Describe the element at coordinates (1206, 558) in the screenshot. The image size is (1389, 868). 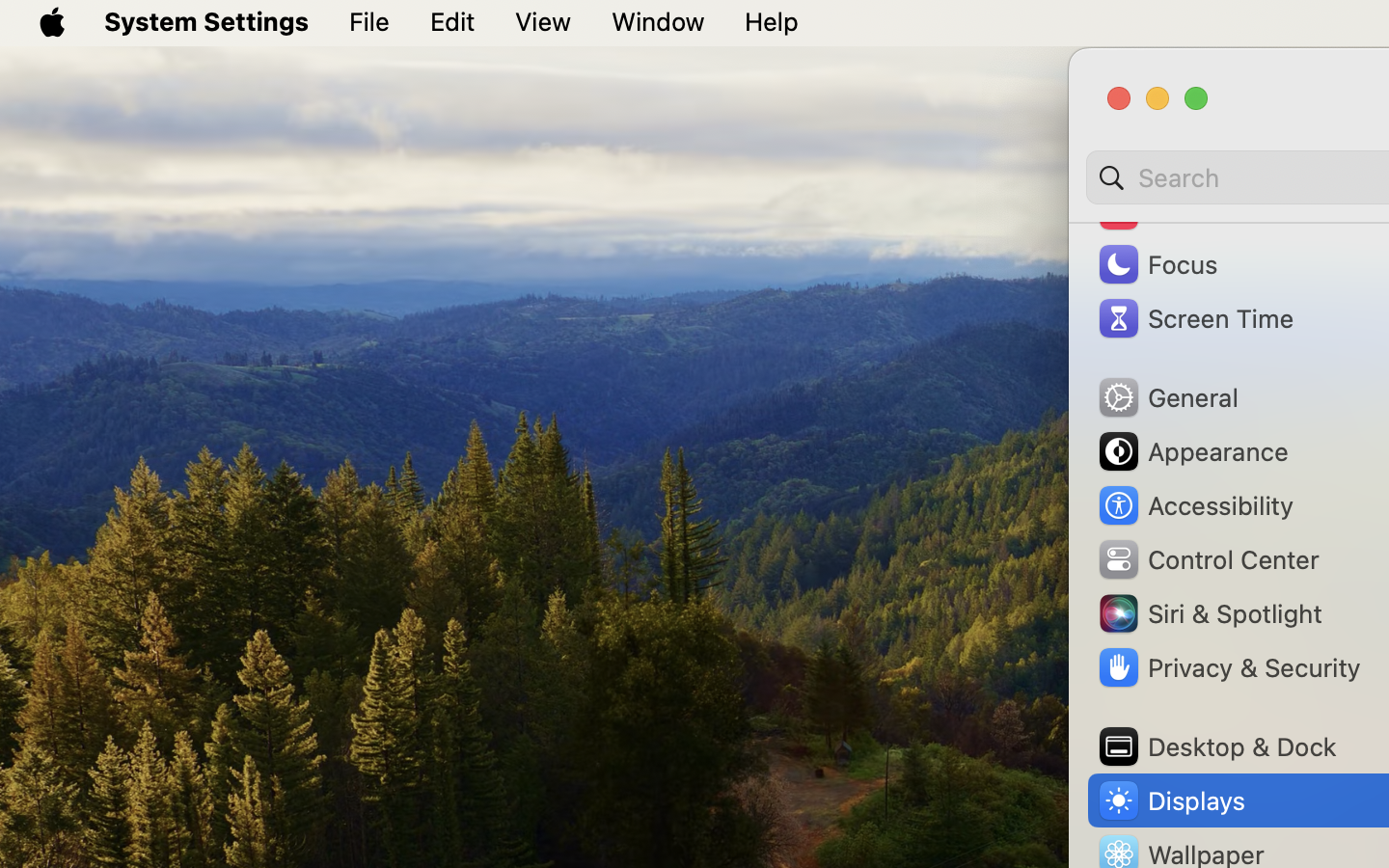
I see `'Control Center'` at that location.